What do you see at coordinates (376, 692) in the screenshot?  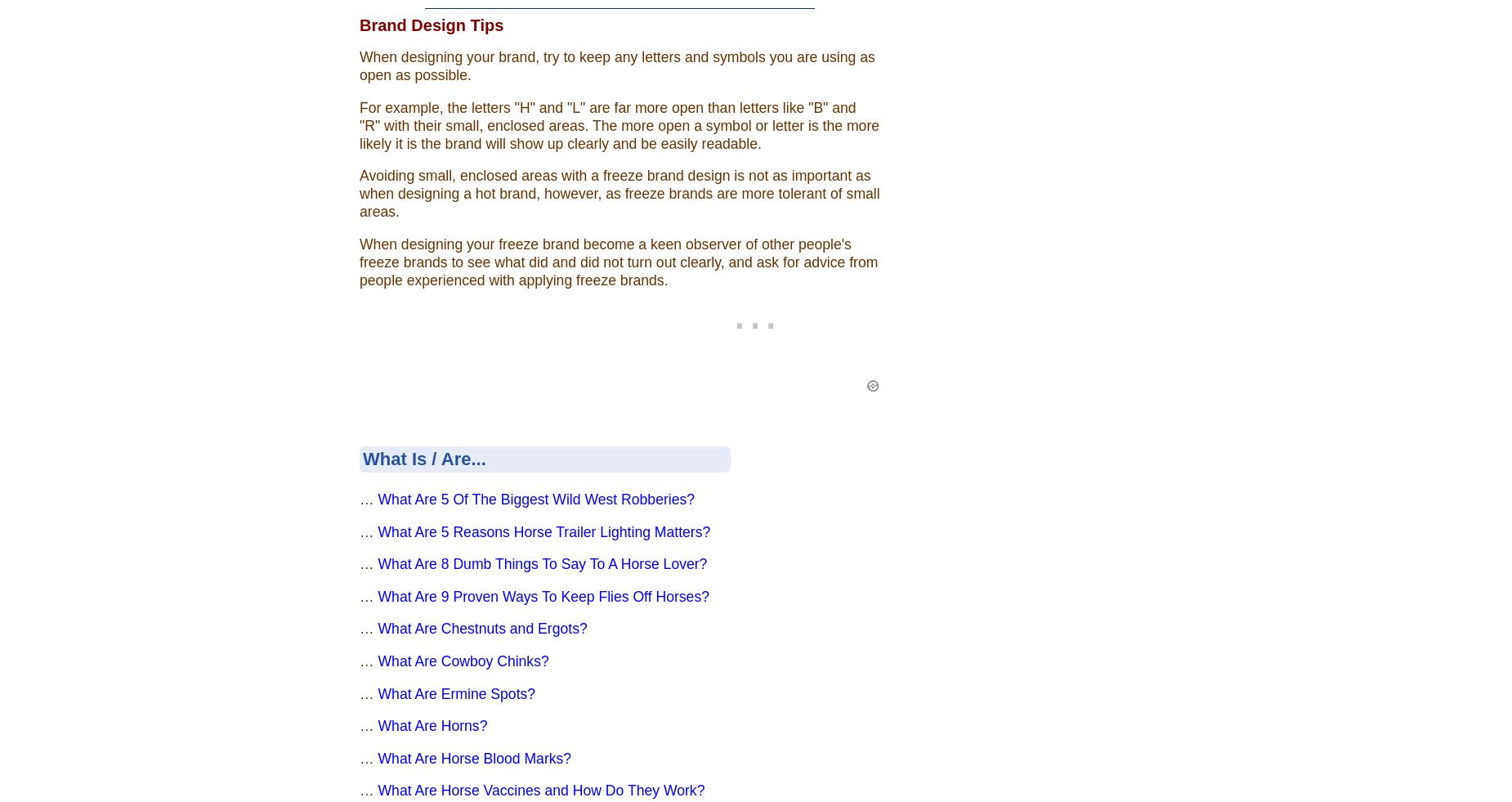 I see `'What Are Ermine Spots?'` at bounding box center [376, 692].